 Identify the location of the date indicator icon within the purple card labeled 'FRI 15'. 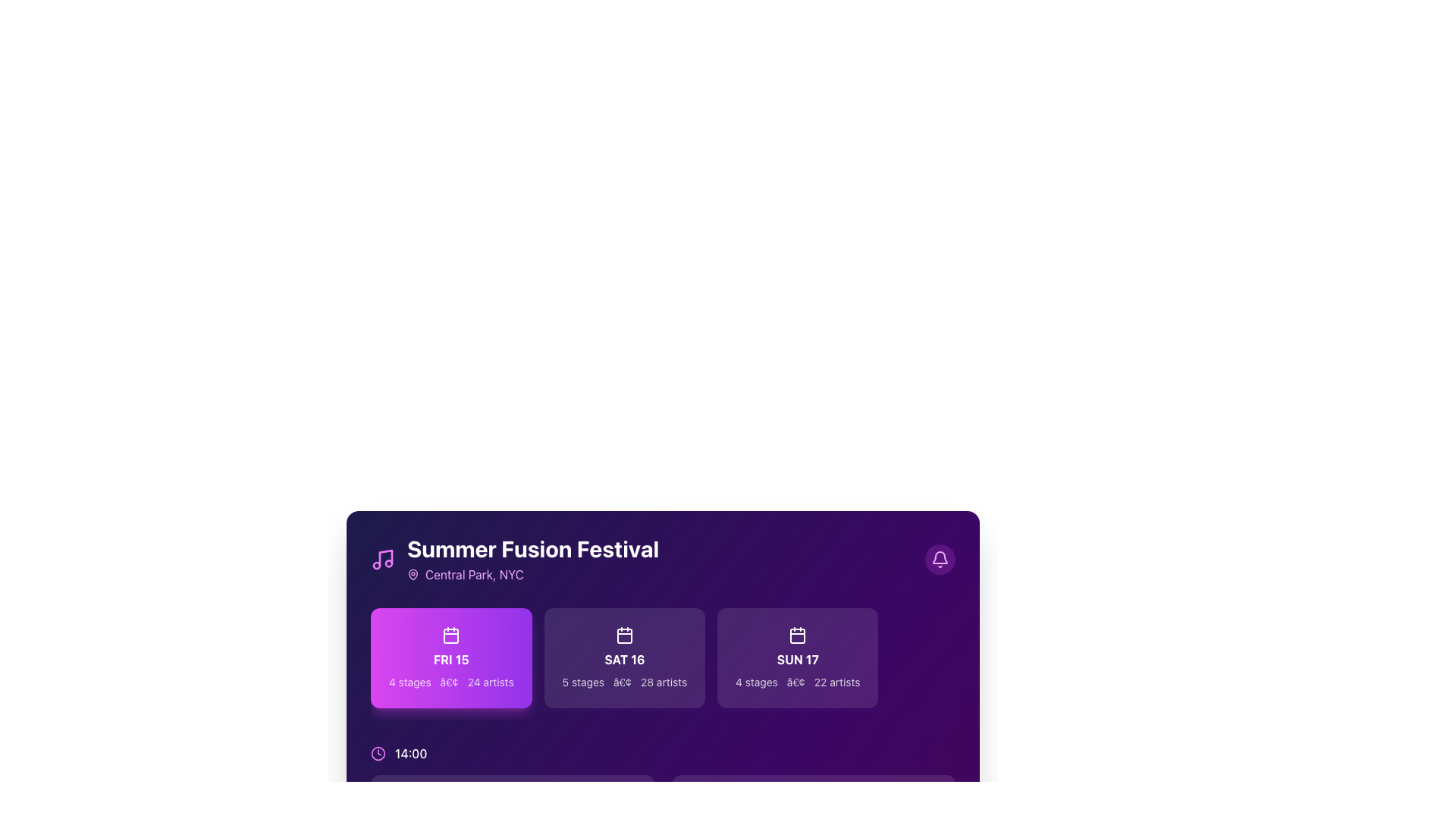
(450, 636).